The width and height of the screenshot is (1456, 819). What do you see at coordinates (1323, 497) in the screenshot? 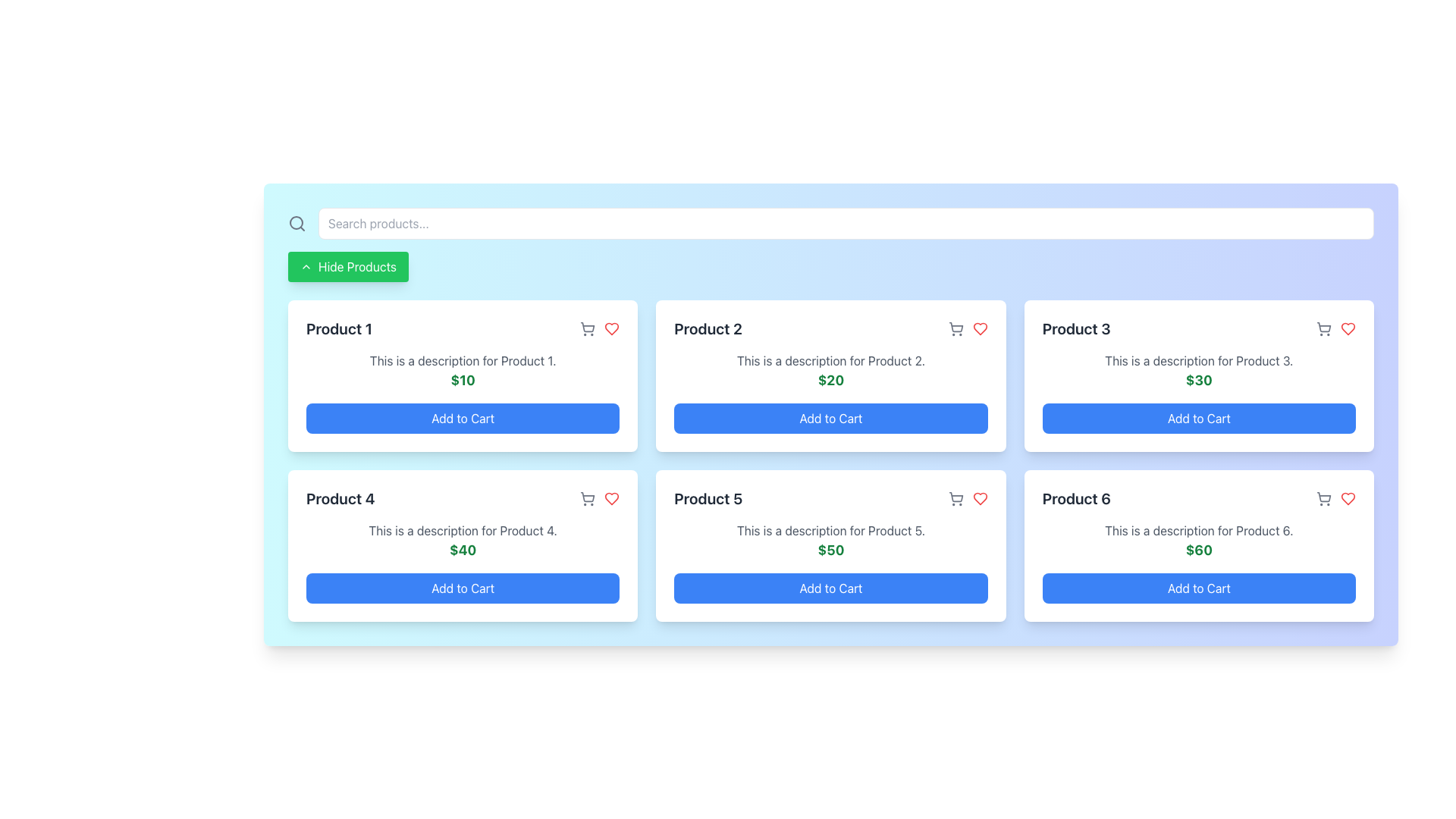
I see `the shopping cart icon located in the top-right side of the card for Product 6` at bounding box center [1323, 497].